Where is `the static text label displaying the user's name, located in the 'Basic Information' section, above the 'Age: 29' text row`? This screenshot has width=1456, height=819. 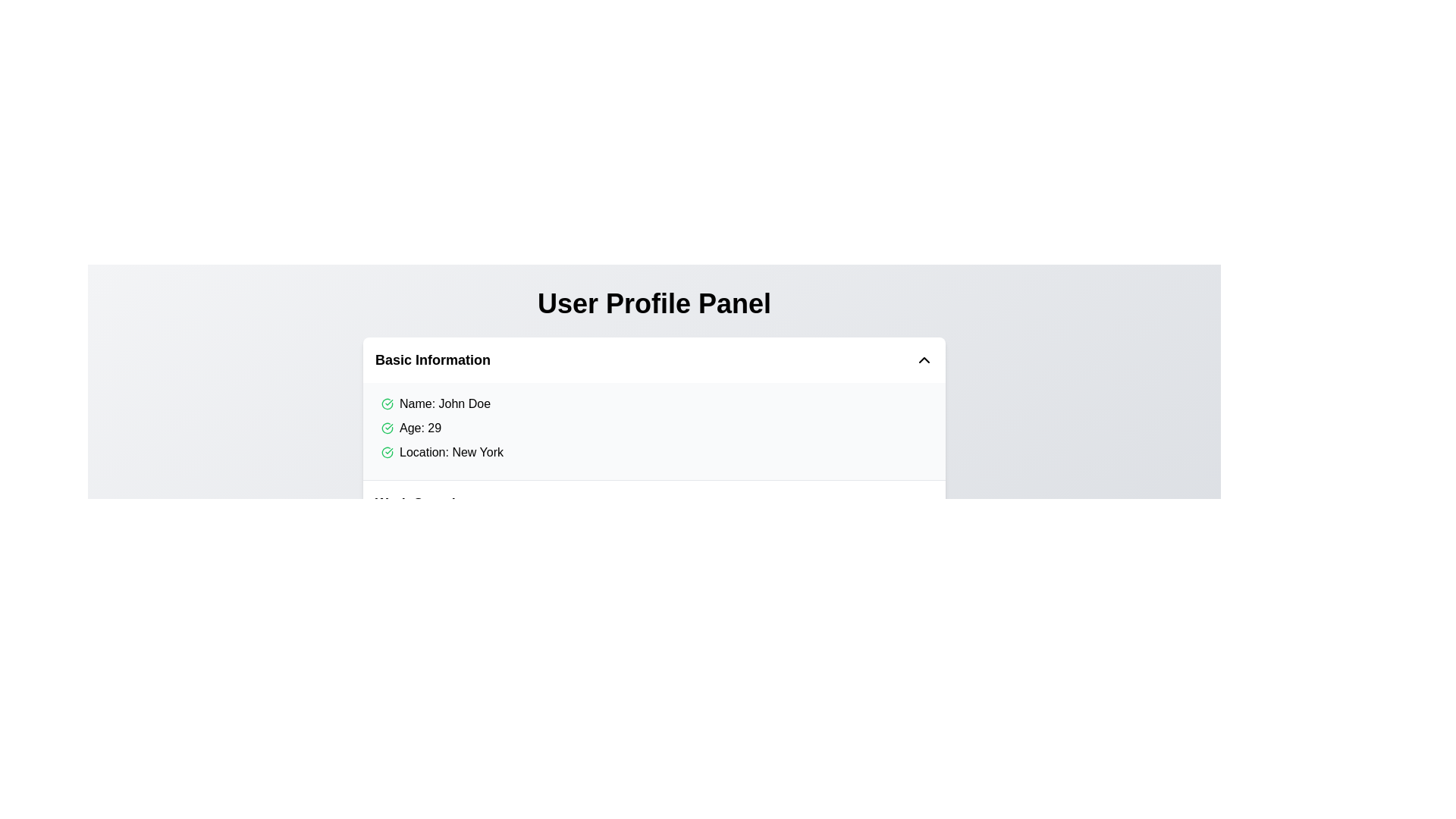 the static text label displaying the user's name, located in the 'Basic Information' section, above the 'Age: 29' text row is located at coordinates (444, 403).